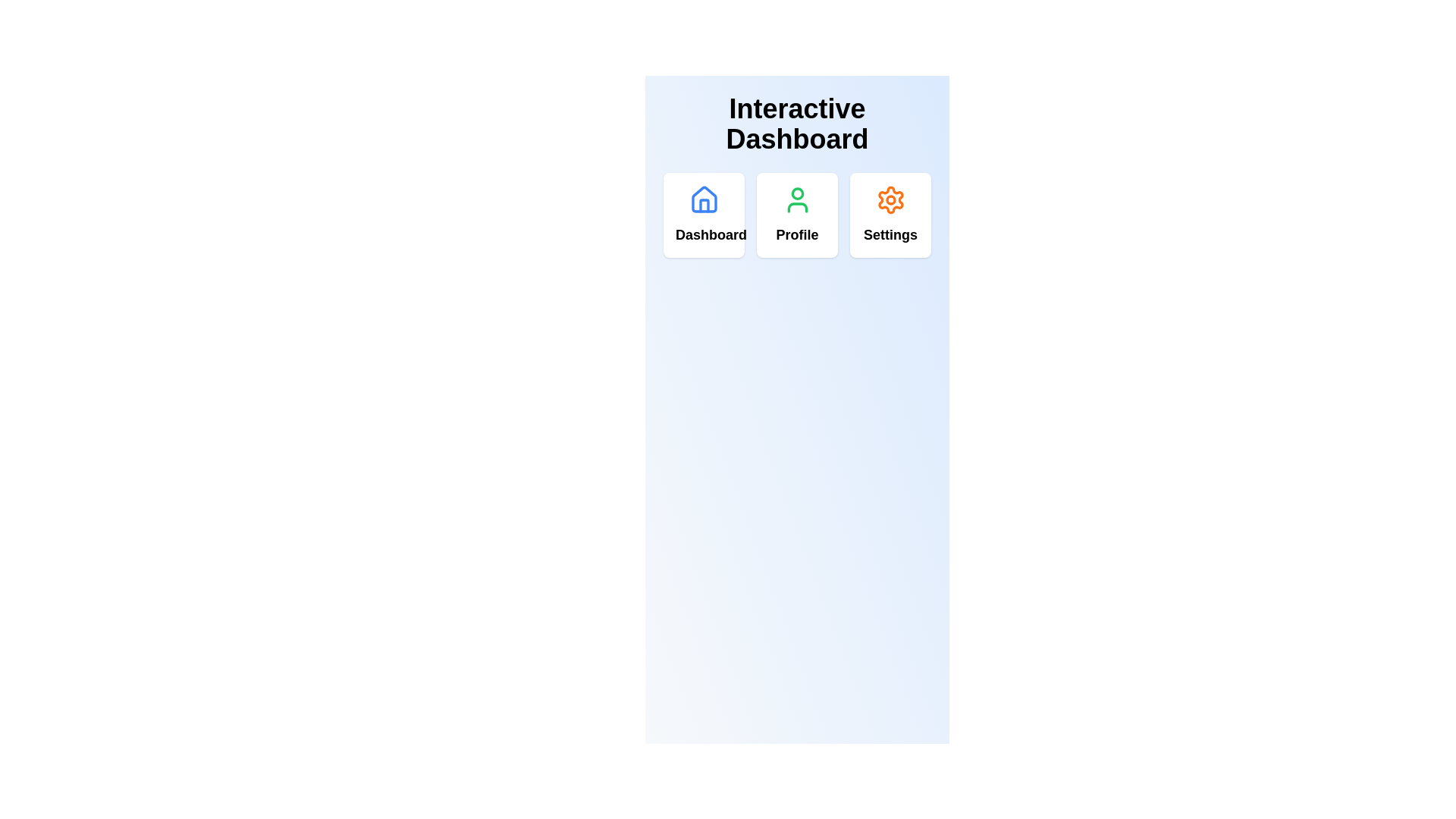 This screenshot has width=1456, height=819. Describe the element at coordinates (796, 199) in the screenshot. I see `the user icon, which is a stylized person represented with a circular head and a small curved line below for the body, displayed in green color, located in the center of the middle card under the title 'Interactive Dashboard'` at that location.